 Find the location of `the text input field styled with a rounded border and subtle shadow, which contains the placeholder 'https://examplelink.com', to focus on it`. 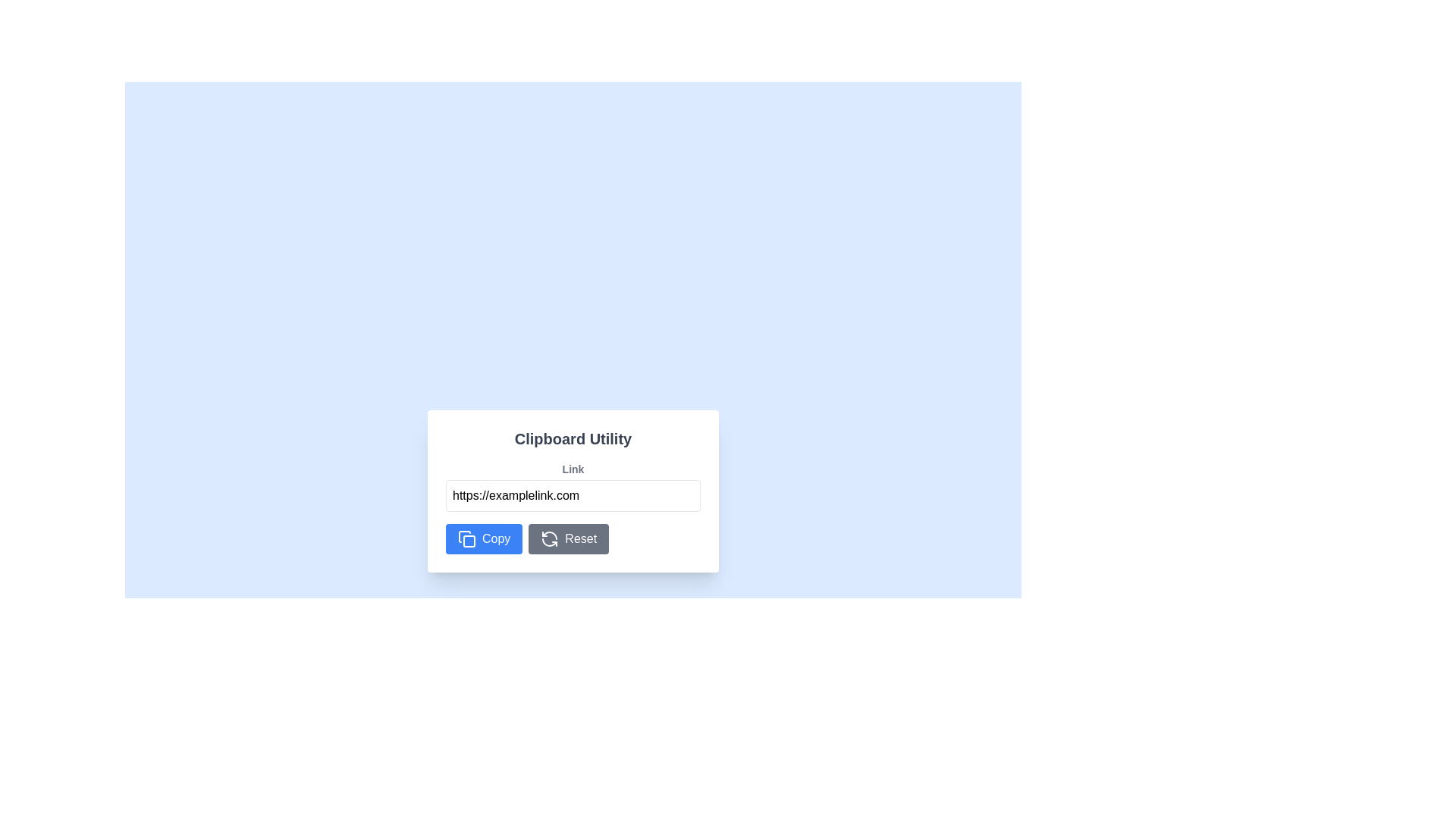

the text input field styled with a rounded border and subtle shadow, which contains the placeholder 'https://examplelink.com', to focus on it is located at coordinates (572, 491).